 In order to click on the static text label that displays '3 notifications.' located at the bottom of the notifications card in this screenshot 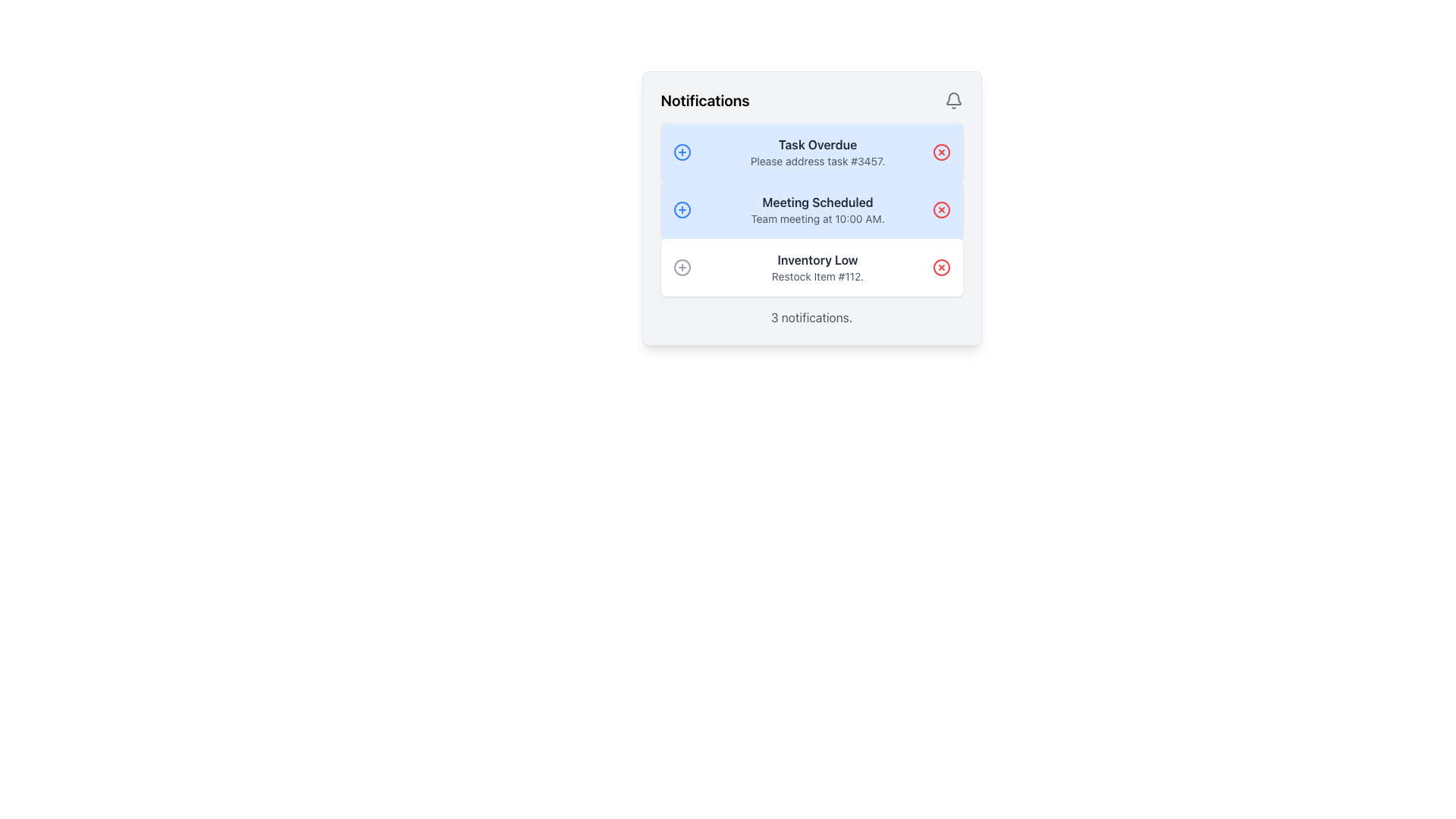, I will do `click(811, 317)`.